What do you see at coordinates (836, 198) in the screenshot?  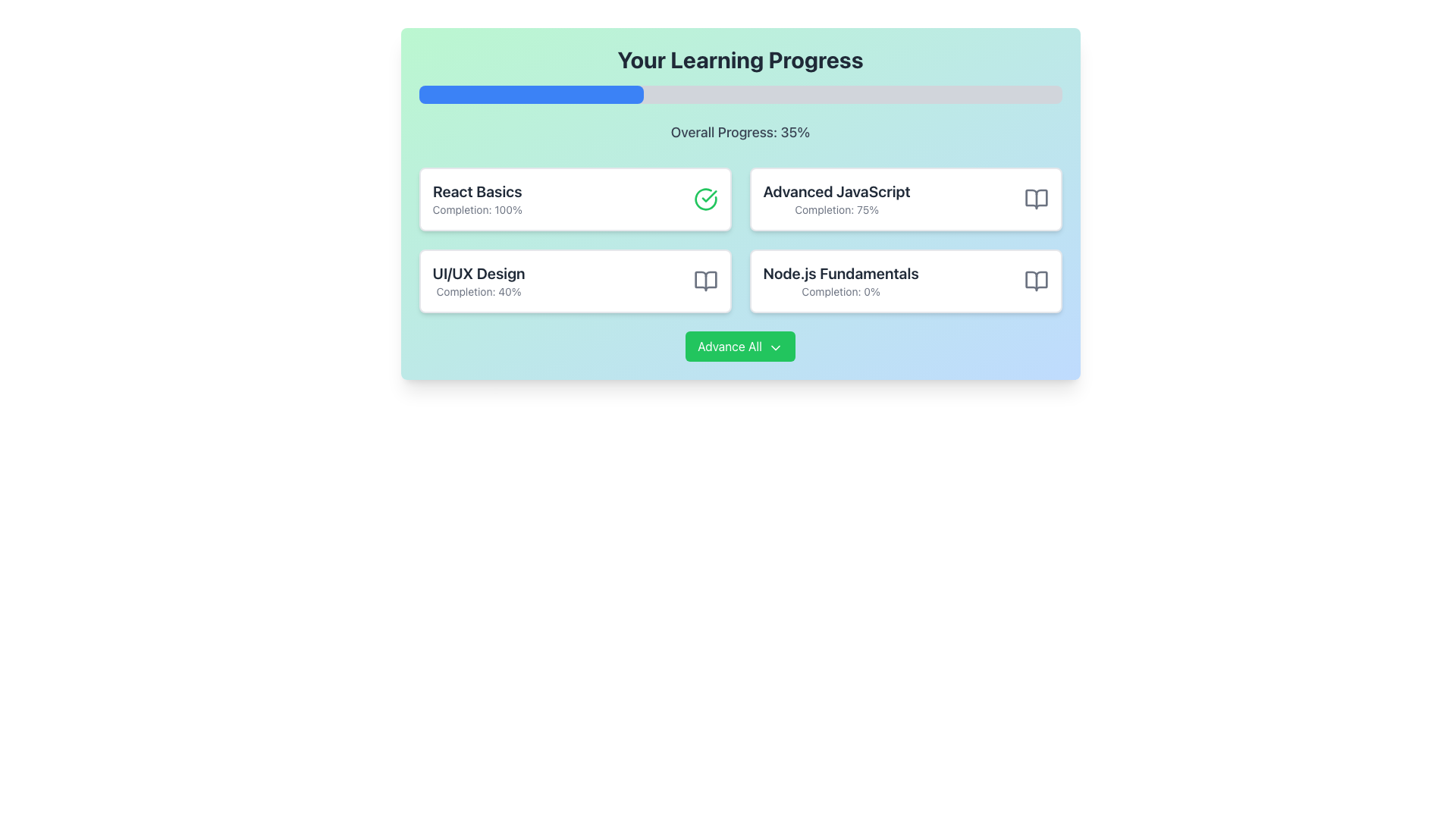 I see `the text and progress indicator display for the course titled 'Advanced JavaScript', which shows a completion status of 75%, located on the right side of the learning progress interface` at bounding box center [836, 198].